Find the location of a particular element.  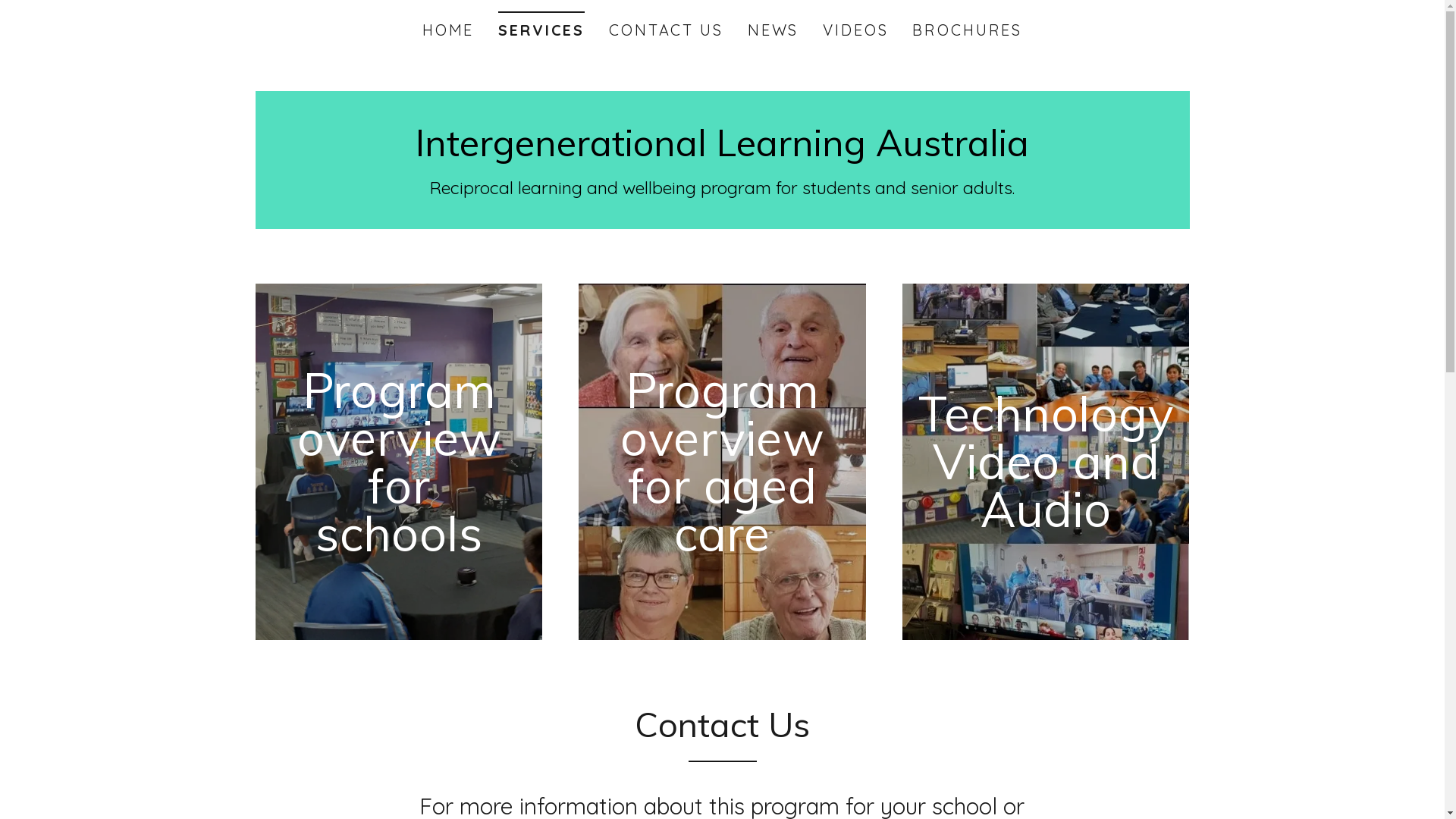

'NEWS' is located at coordinates (742, 30).